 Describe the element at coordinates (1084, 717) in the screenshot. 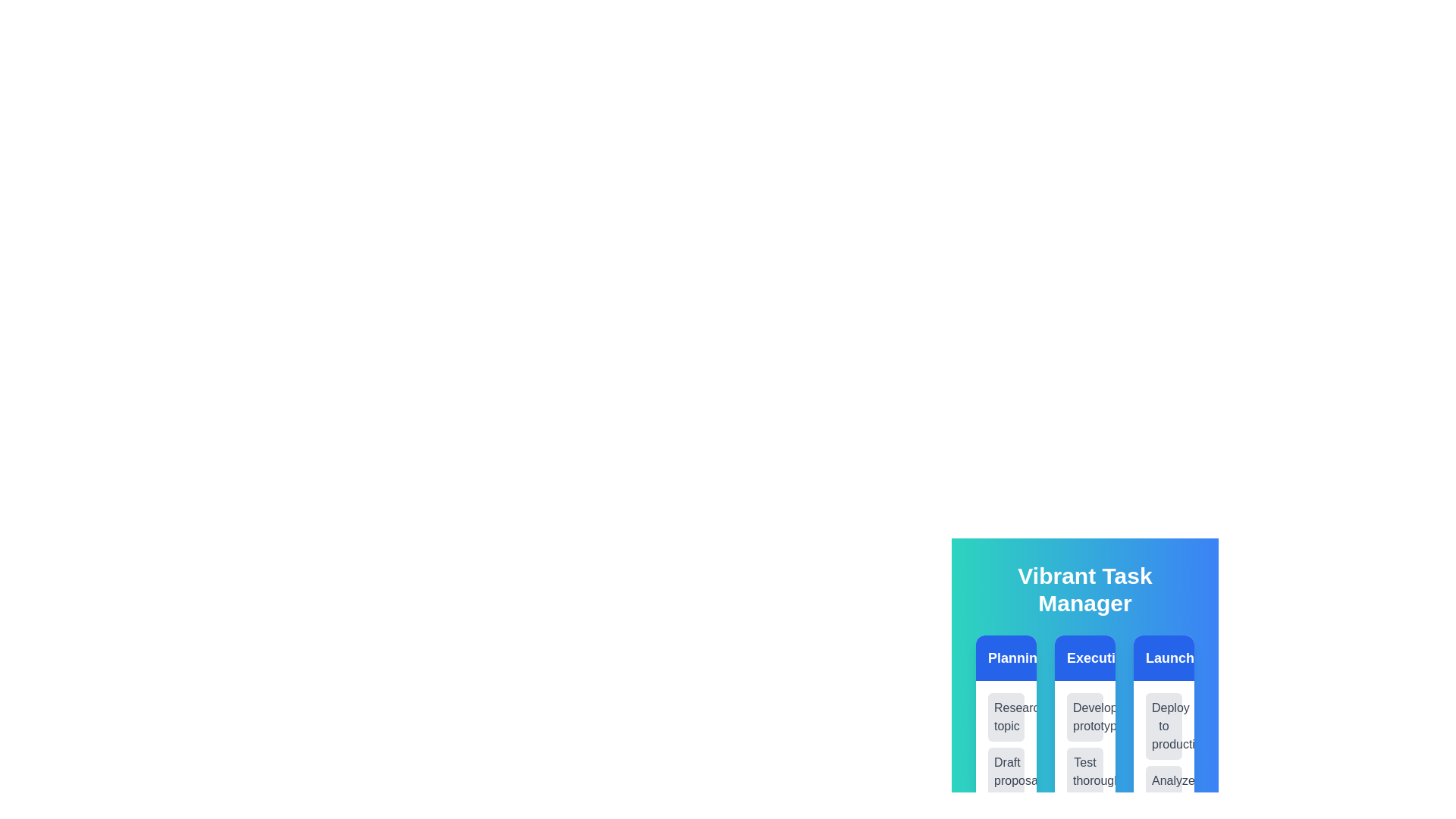

I see `text box labeled 'Develop prototype' which is the first item in the 'Execute' section, positioned above the 'Test thoroughly' item` at that location.